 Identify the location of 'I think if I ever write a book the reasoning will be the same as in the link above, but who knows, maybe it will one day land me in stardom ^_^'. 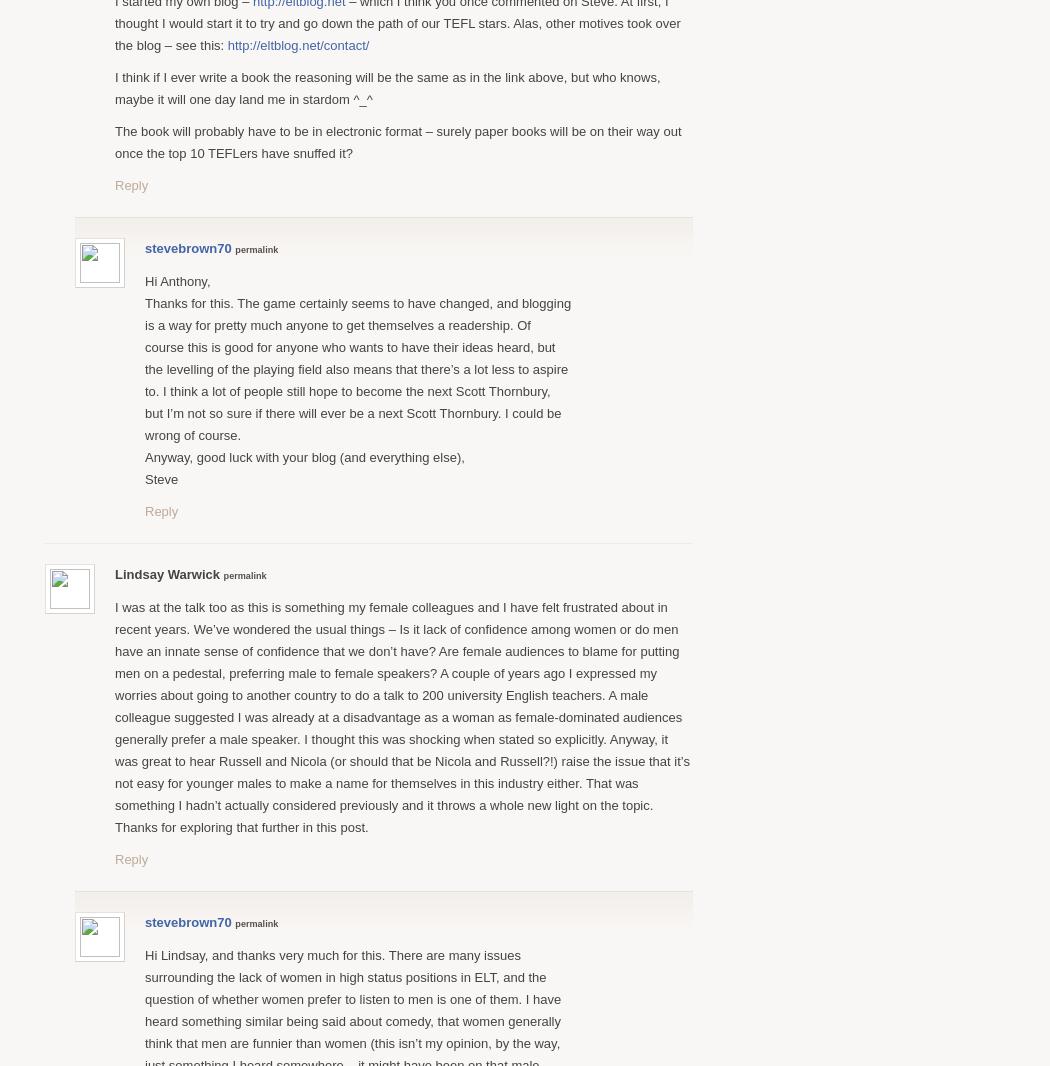
(387, 86).